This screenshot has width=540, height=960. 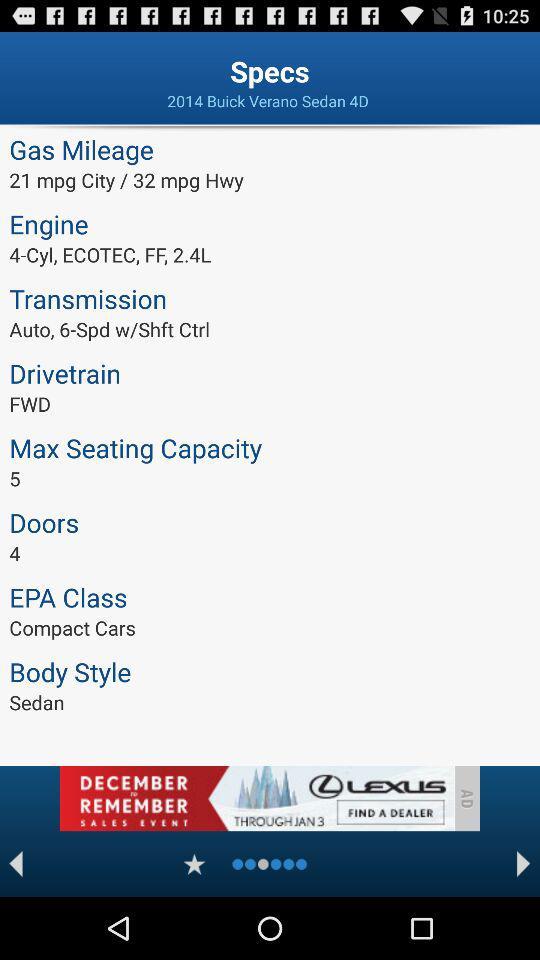 I want to click on the star icon, so click(x=194, y=924).